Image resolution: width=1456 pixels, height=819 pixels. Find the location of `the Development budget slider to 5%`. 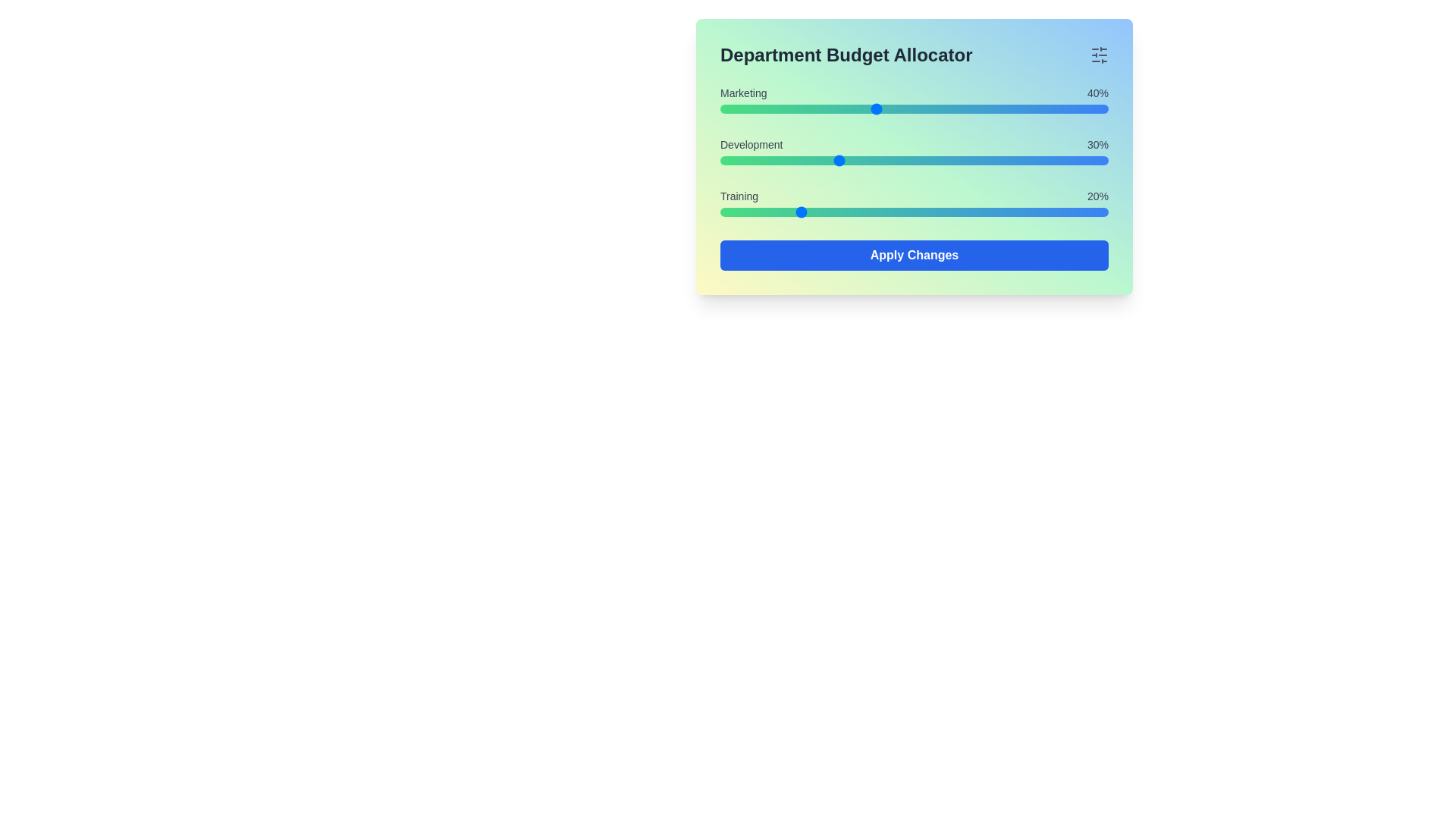

the Development budget slider to 5% is located at coordinates (739, 161).